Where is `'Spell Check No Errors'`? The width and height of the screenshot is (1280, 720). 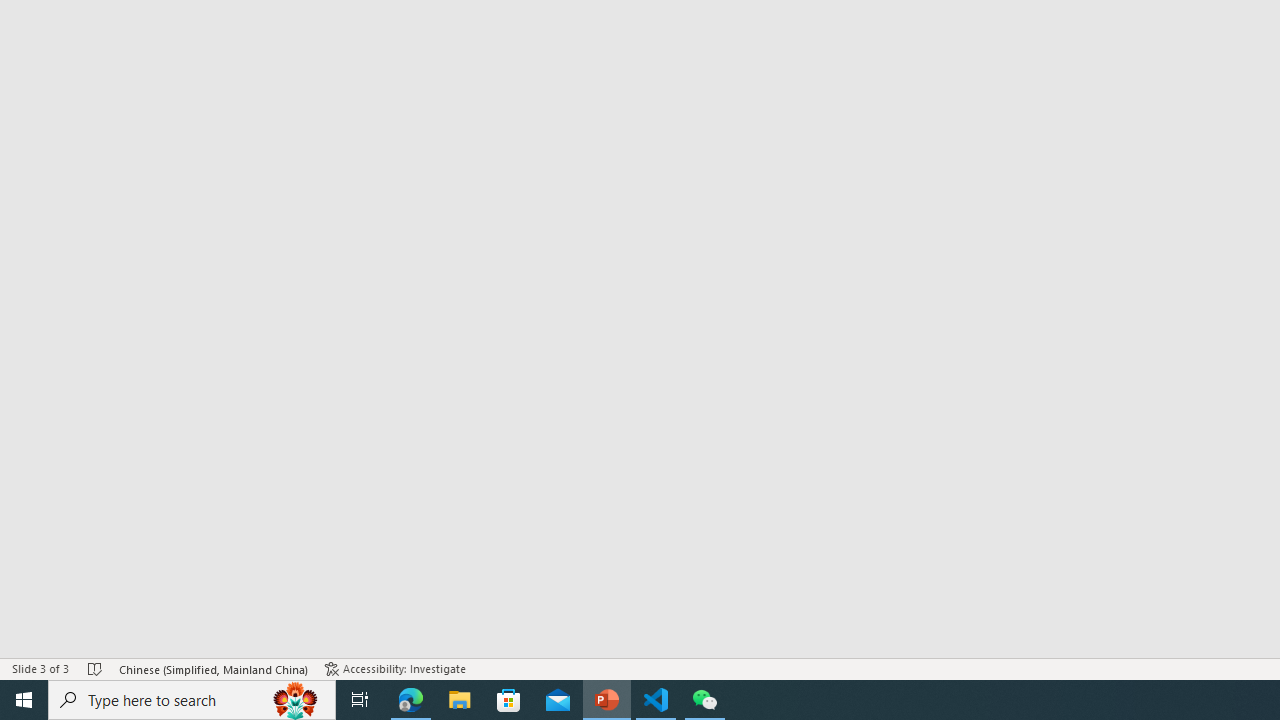 'Spell Check No Errors' is located at coordinates (95, 669).